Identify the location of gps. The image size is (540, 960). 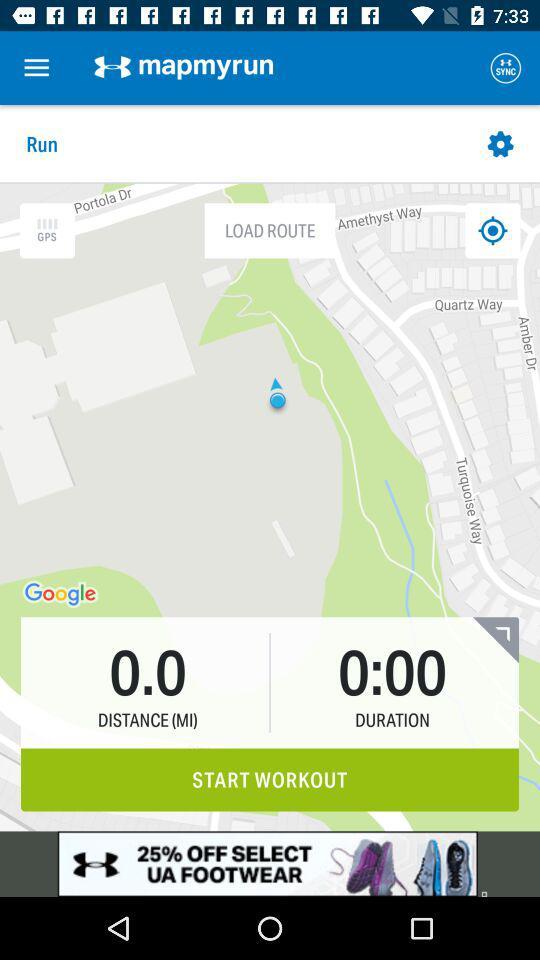
(47, 230).